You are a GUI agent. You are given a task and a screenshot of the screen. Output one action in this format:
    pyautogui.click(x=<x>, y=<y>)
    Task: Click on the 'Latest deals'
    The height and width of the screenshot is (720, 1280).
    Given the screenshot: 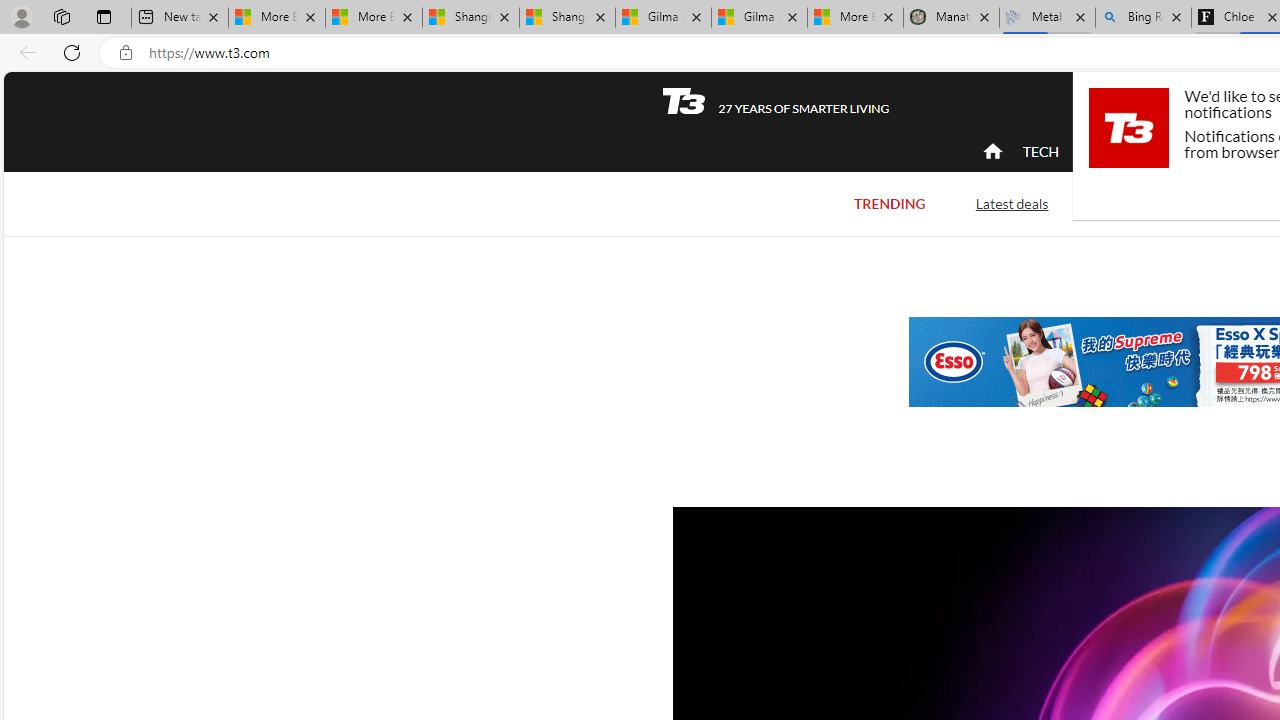 What is the action you would take?
    pyautogui.click(x=1011, y=203)
    